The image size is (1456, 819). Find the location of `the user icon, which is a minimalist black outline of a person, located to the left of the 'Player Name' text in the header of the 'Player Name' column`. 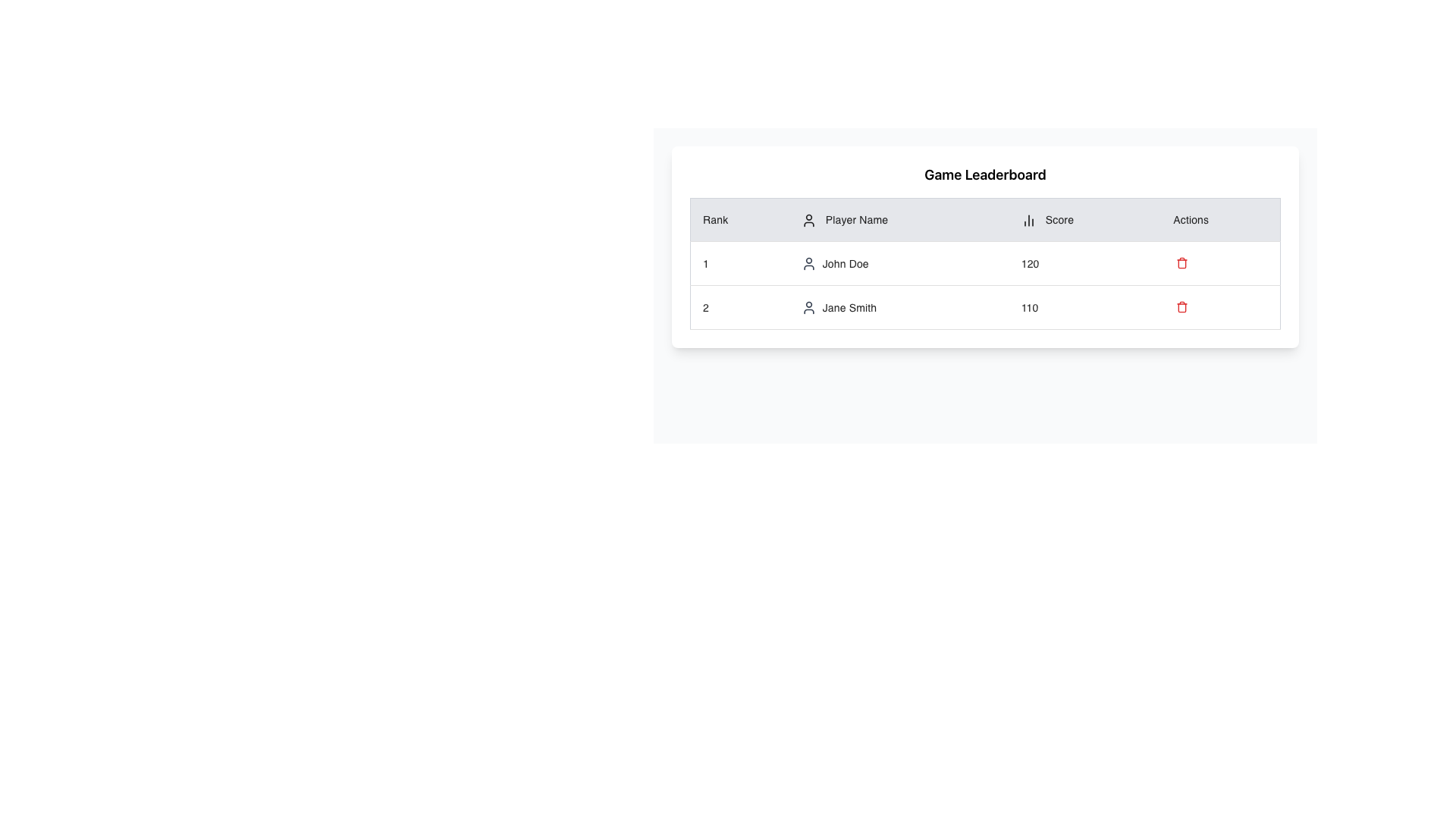

the user icon, which is a minimalist black outline of a person, located to the left of the 'Player Name' text in the header of the 'Player Name' column is located at coordinates (808, 221).